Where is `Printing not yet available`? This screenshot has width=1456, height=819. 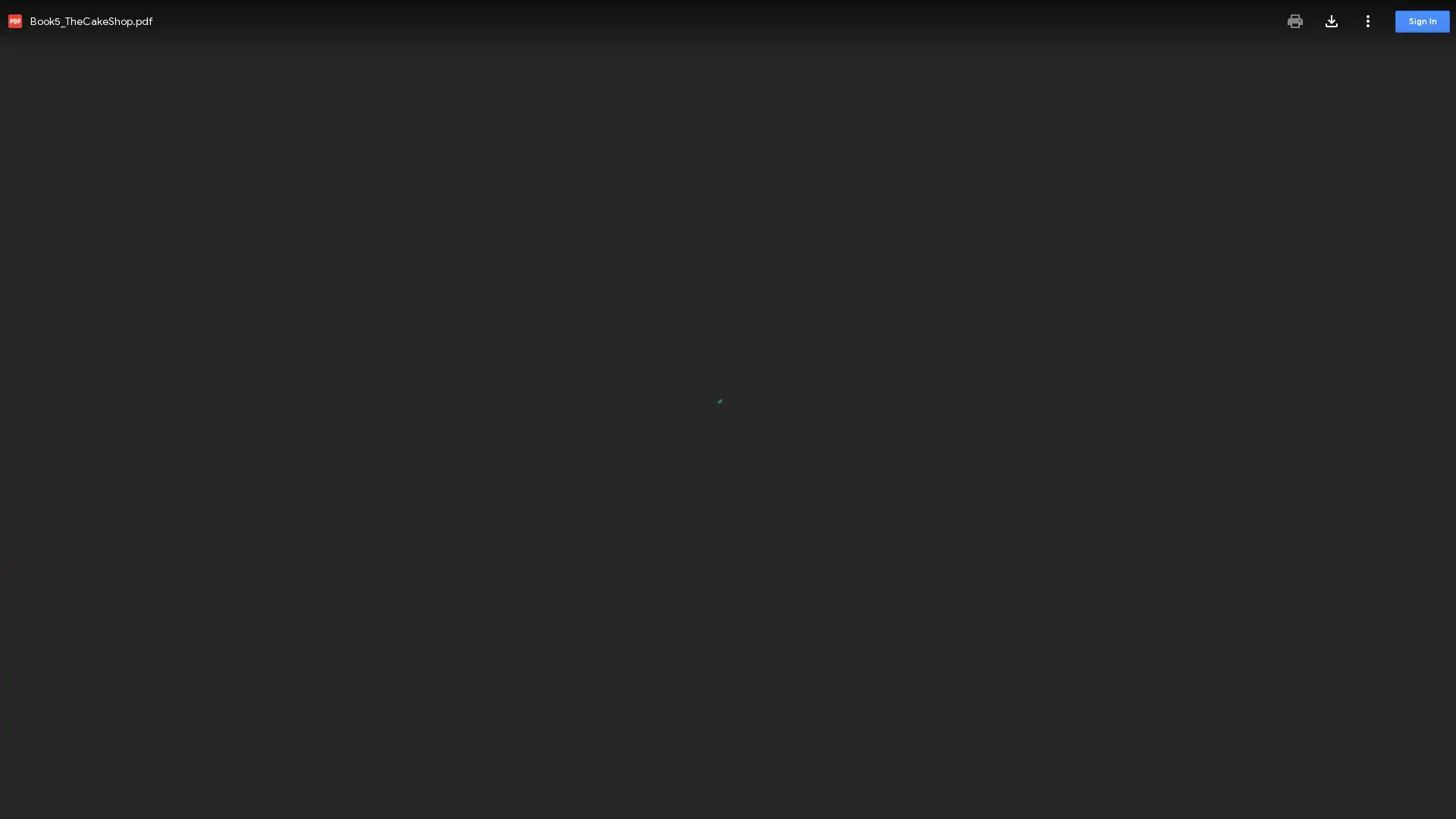 Printing not yet available is located at coordinates (1294, 20).